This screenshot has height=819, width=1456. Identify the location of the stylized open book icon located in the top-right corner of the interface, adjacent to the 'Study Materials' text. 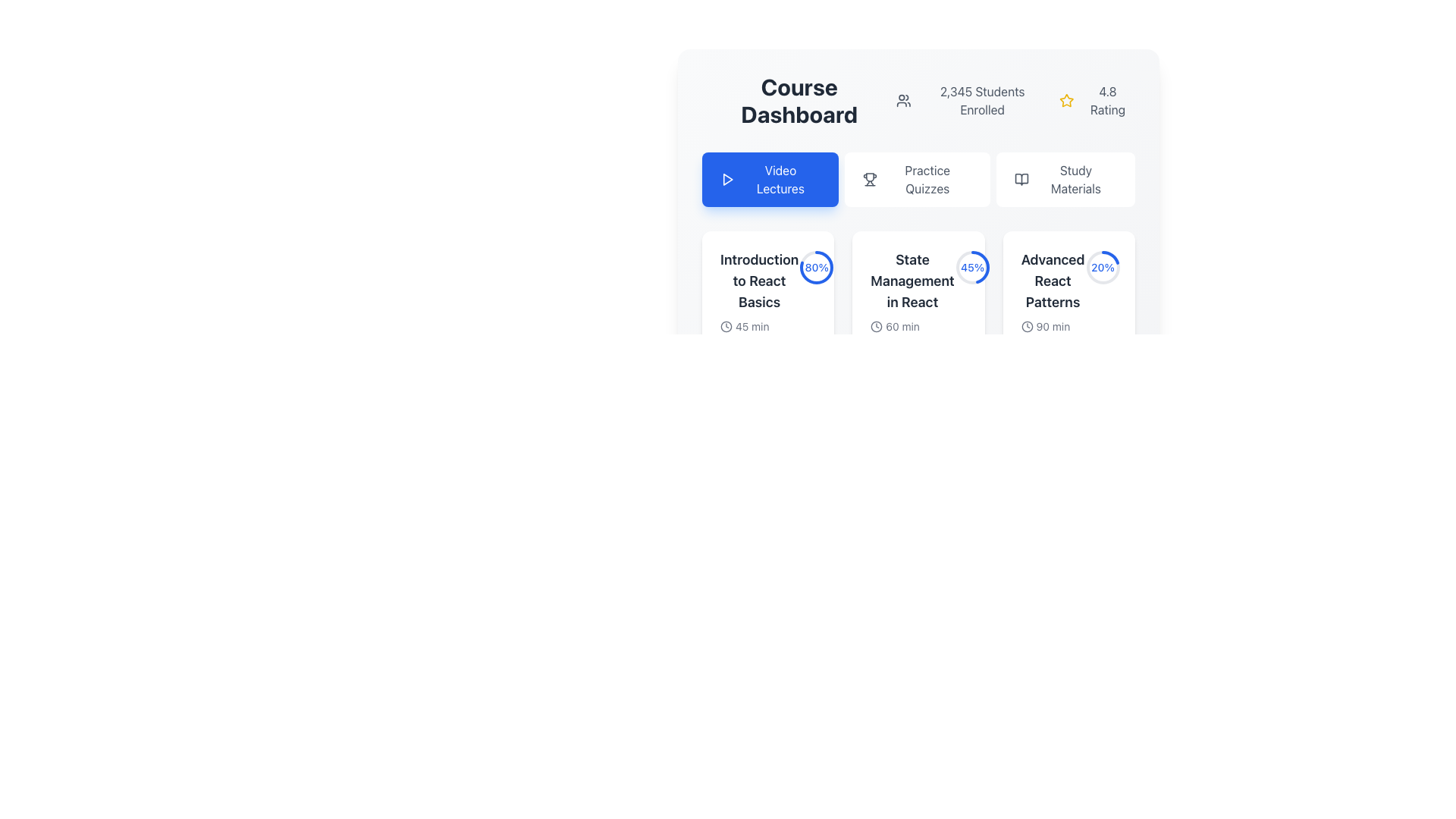
(1021, 178).